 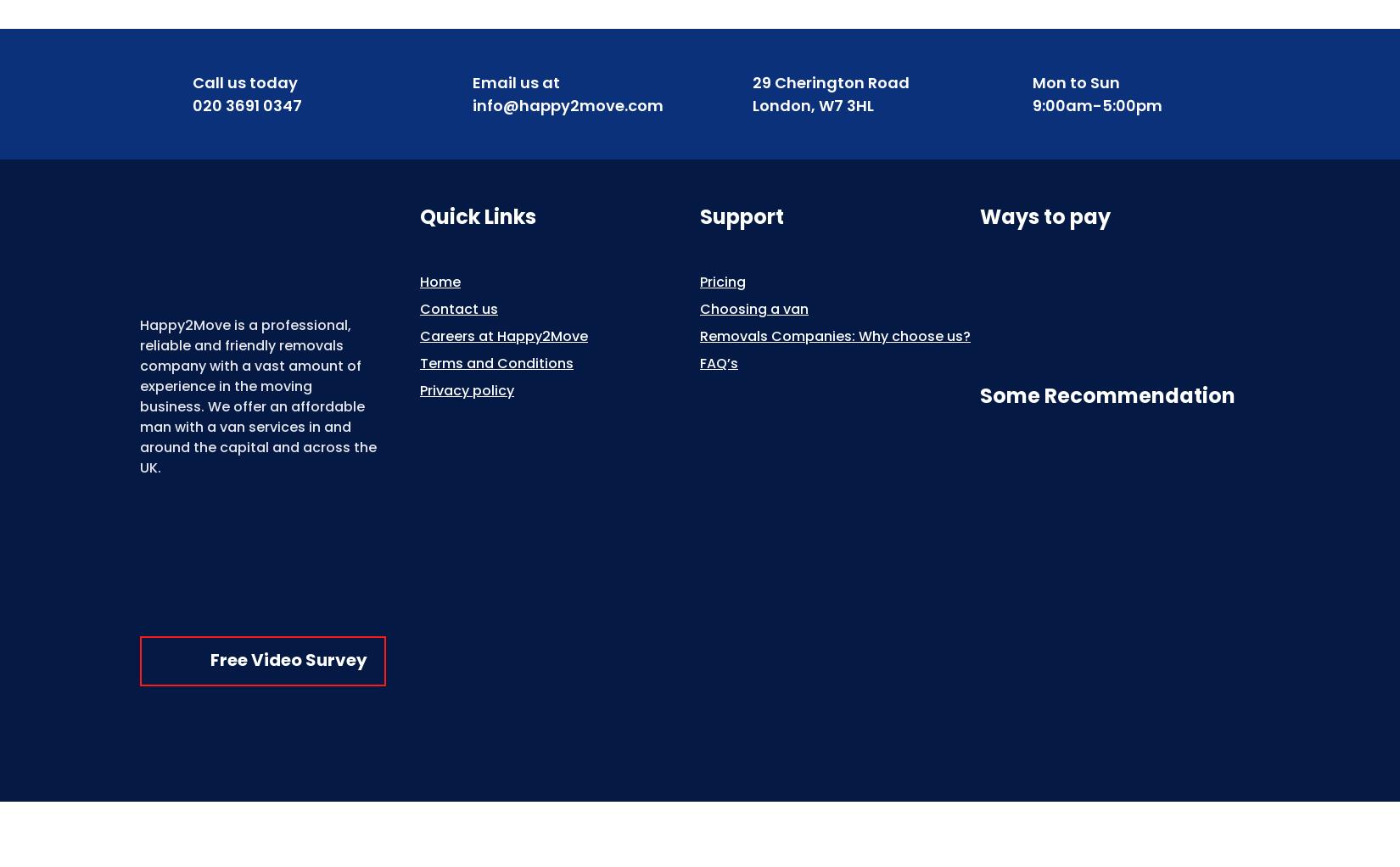 I want to click on 'Removals Companies: Why choose us?', so click(x=835, y=335).